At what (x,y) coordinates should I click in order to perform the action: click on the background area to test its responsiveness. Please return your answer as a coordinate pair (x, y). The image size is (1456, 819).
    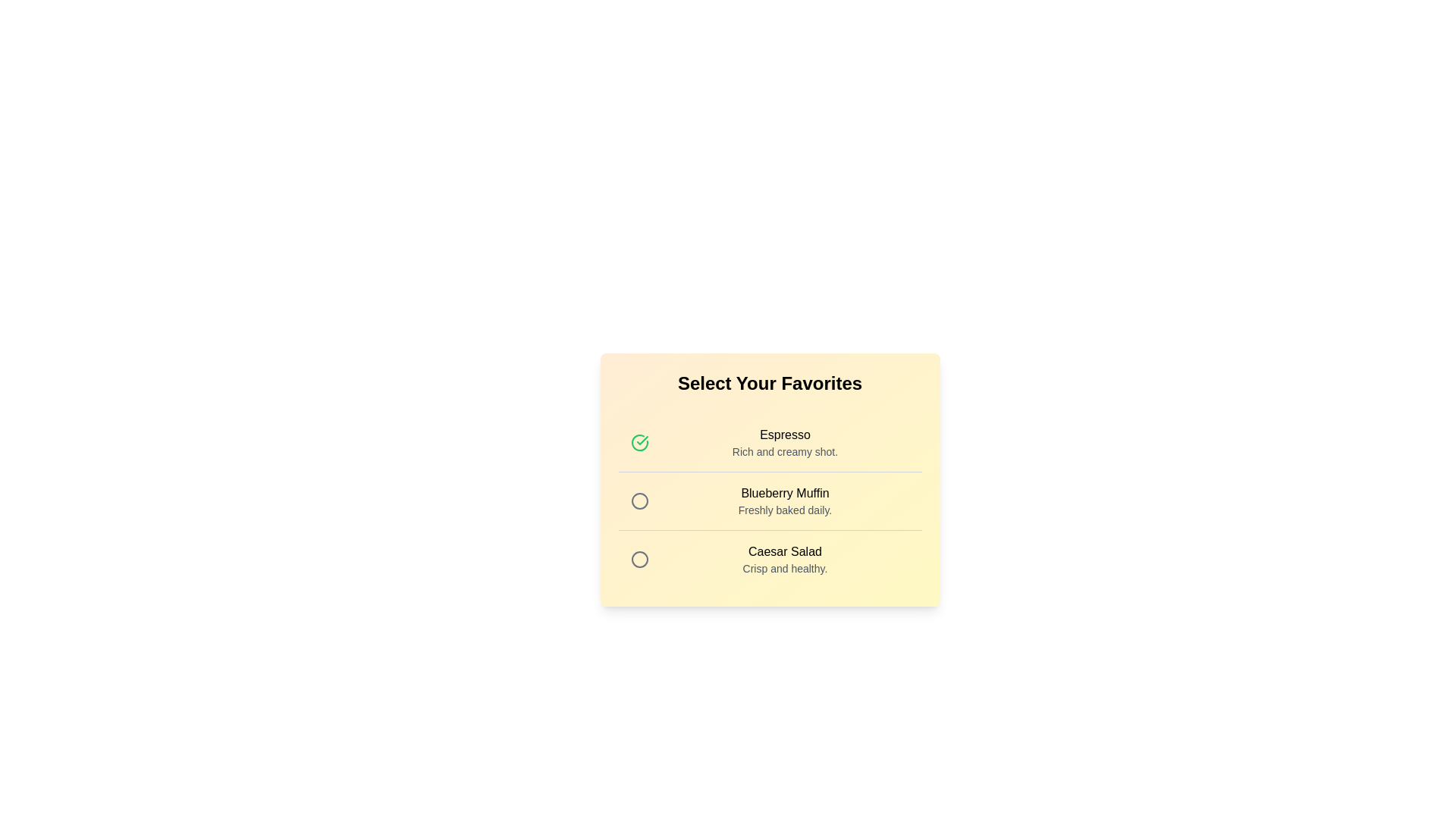
    Looking at the image, I should click on (769, 556).